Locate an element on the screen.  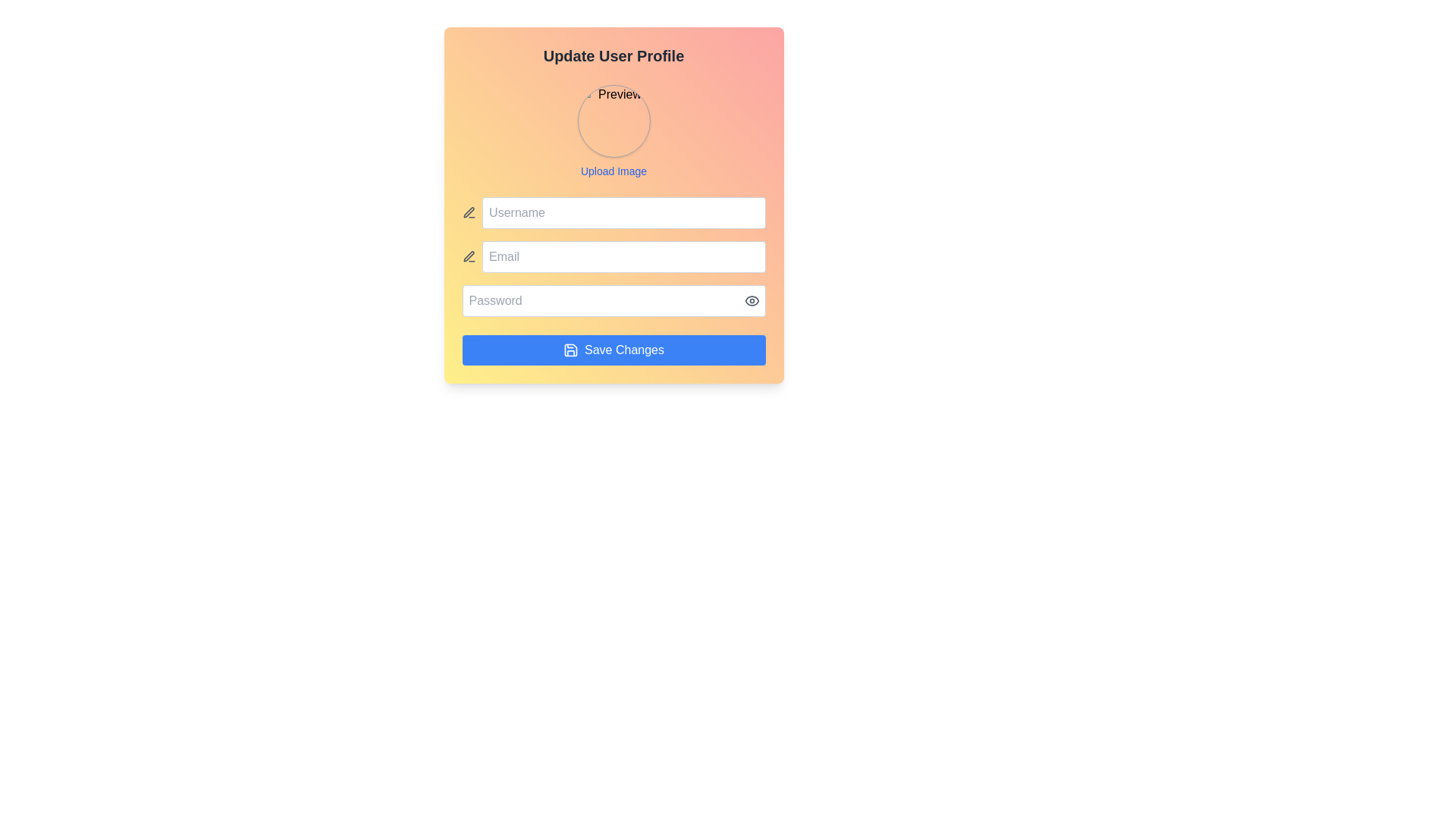
an image file onto the interactive area with the preview and upload link, located below the 'Update User Profile' title and above the input fields for Username, Email, and Password is located at coordinates (613, 130).